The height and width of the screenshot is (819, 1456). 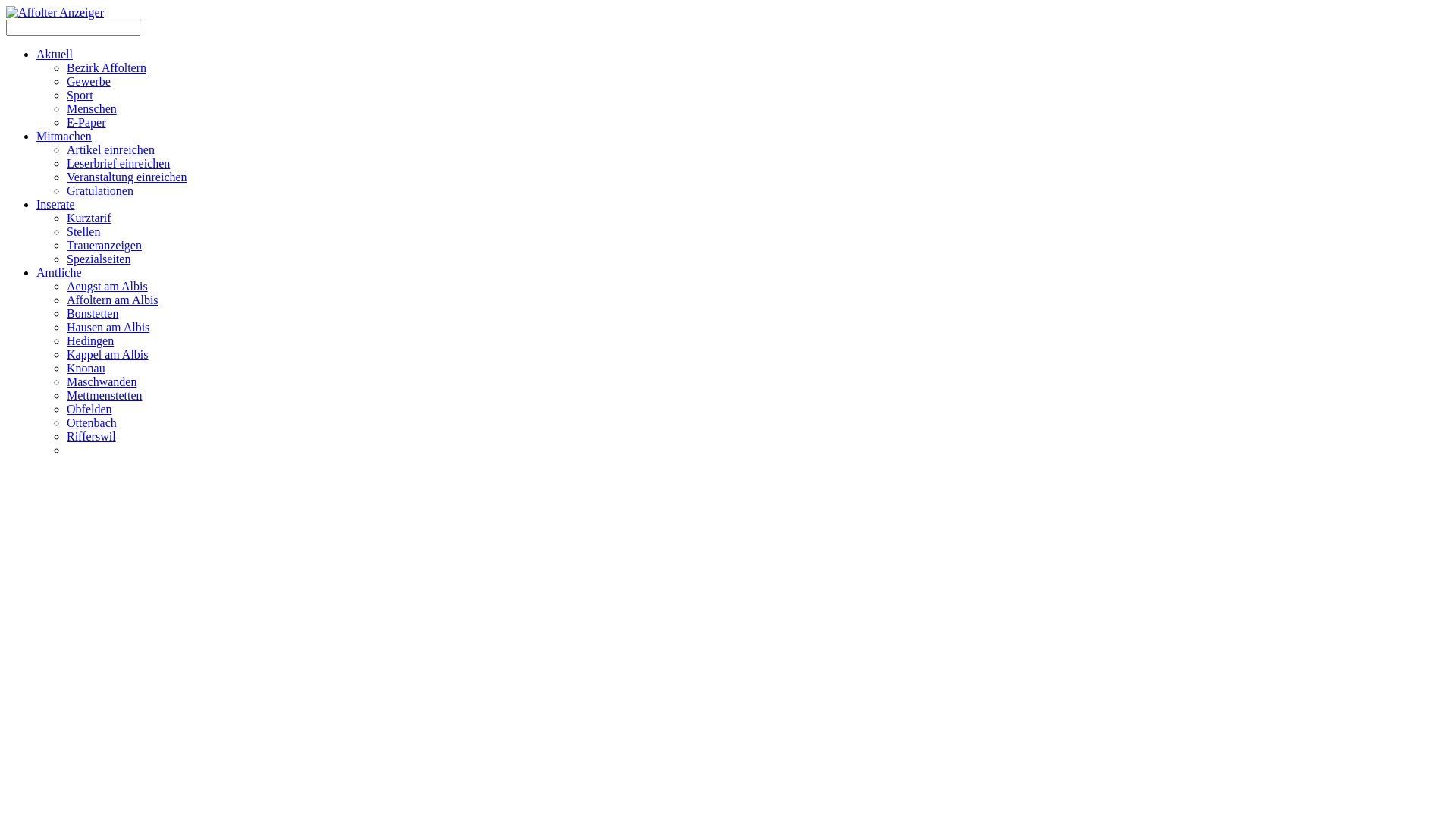 I want to click on 'Sport', so click(x=79, y=95).